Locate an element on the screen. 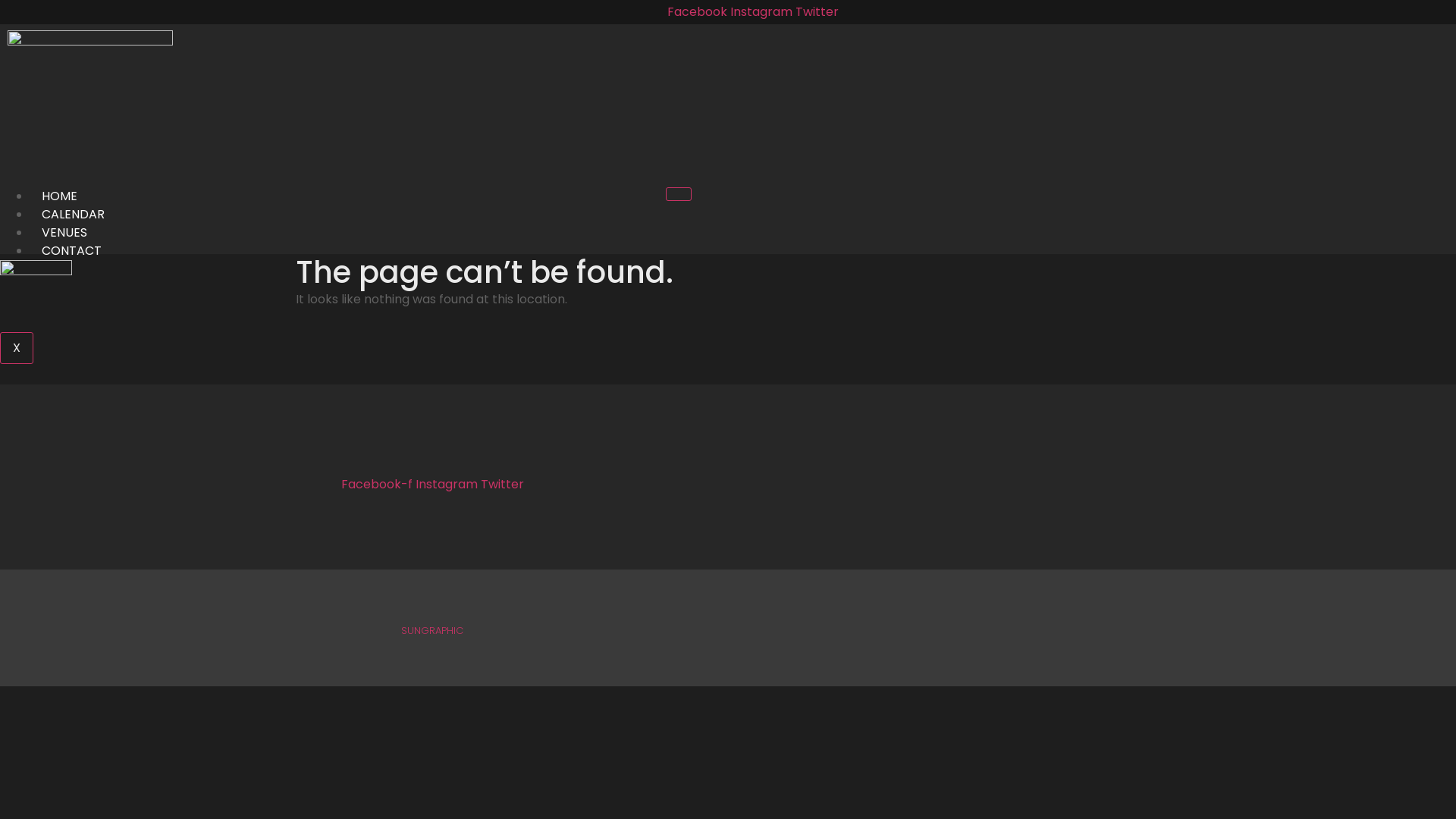  'Instagram' is located at coordinates (763, 11).